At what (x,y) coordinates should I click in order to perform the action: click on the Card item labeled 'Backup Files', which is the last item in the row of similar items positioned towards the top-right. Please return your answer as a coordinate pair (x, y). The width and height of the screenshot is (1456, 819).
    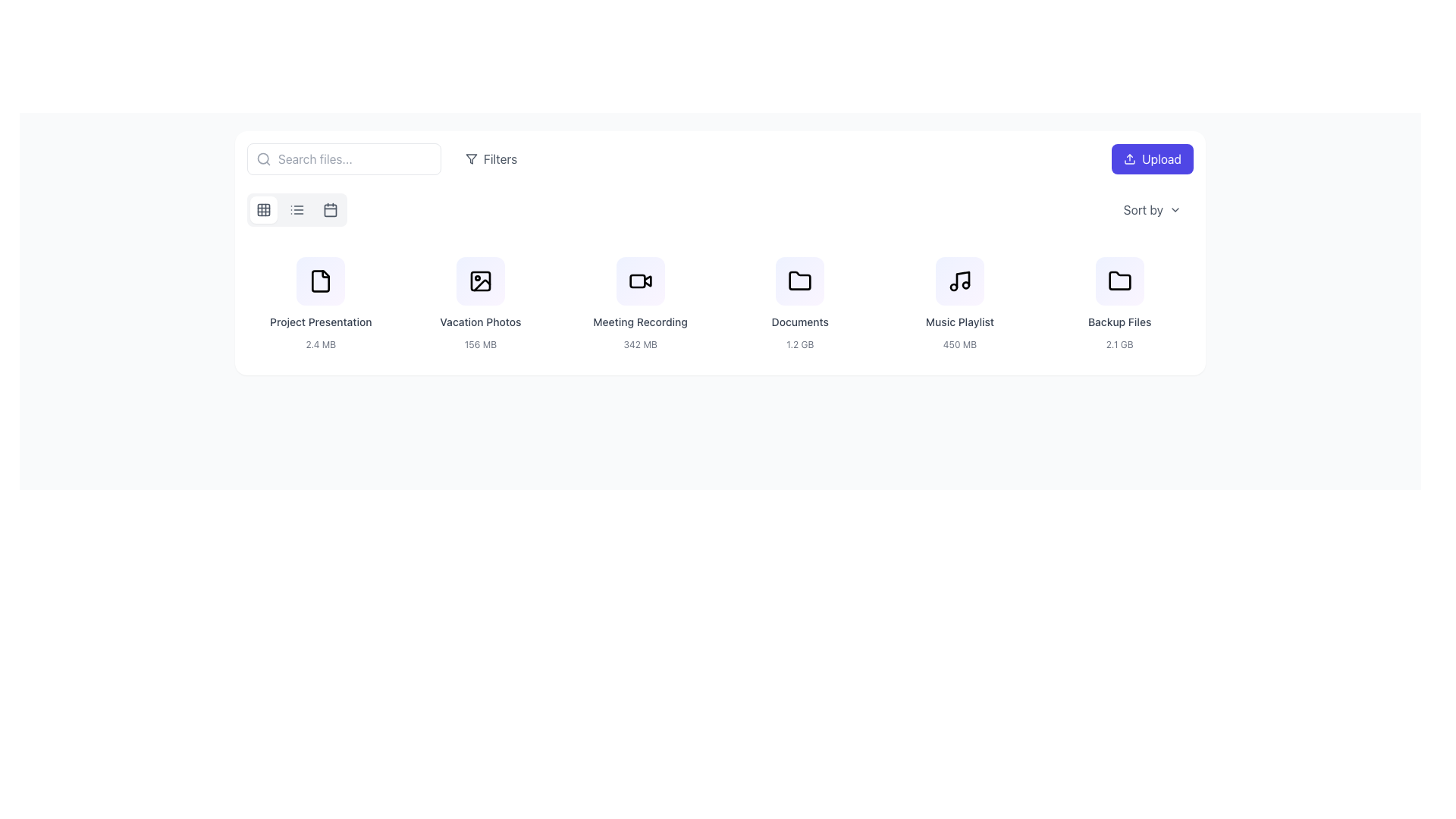
    Looking at the image, I should click on (1119, 304).